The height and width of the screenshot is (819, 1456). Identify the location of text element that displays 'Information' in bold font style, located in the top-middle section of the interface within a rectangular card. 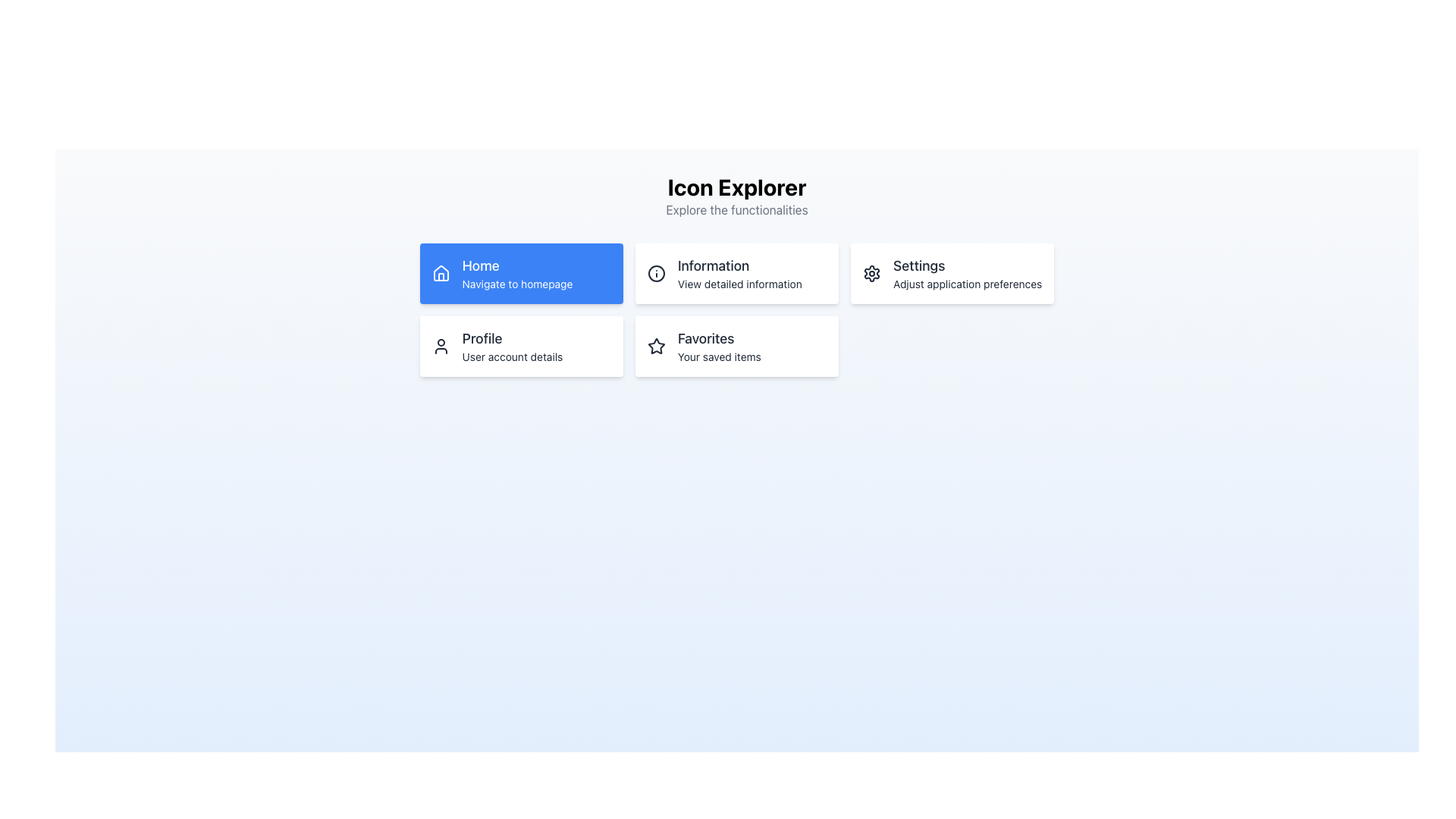
(739, 265).